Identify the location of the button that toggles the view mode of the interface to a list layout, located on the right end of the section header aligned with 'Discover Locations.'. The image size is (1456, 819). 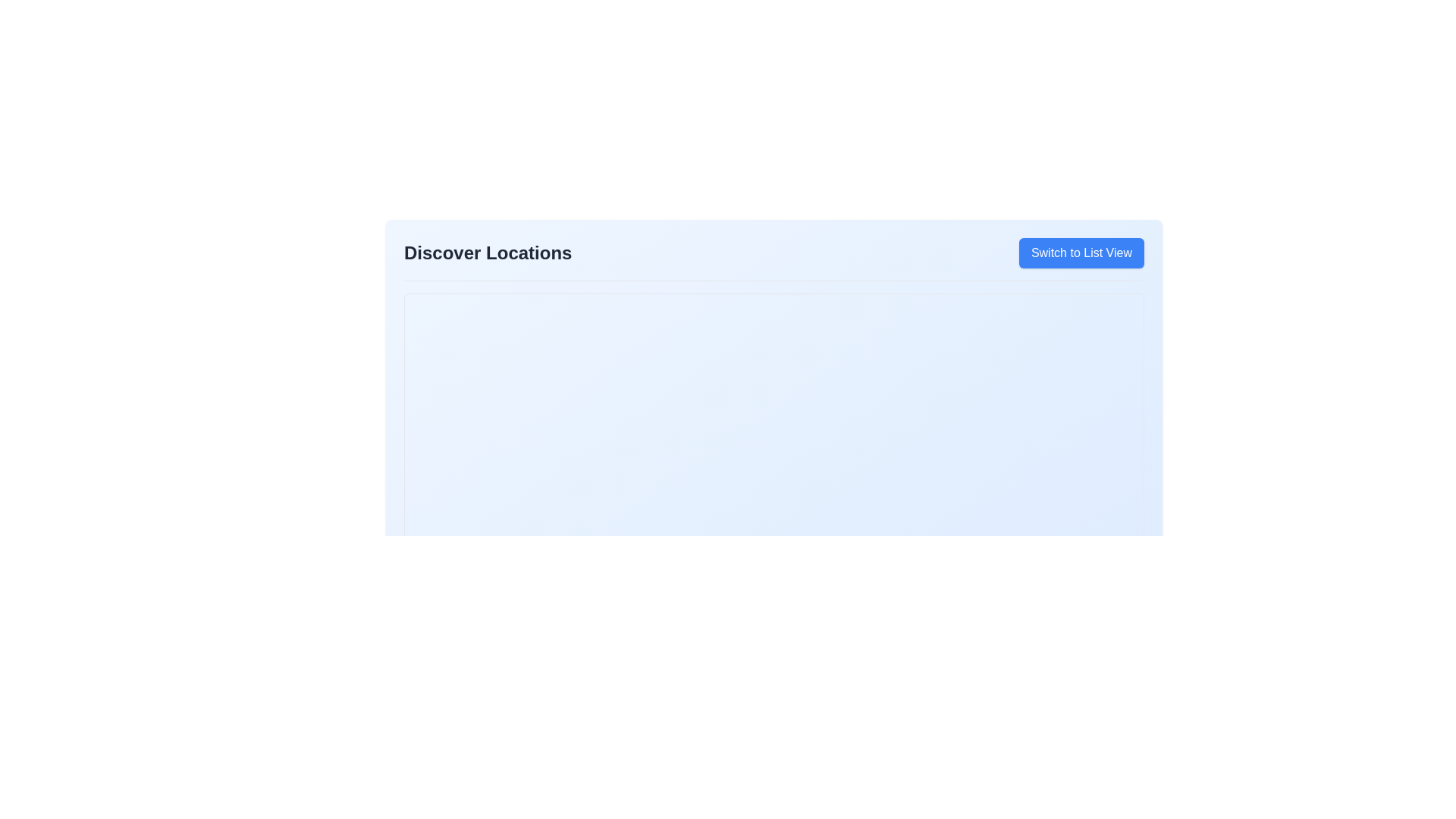
(1081, 253).